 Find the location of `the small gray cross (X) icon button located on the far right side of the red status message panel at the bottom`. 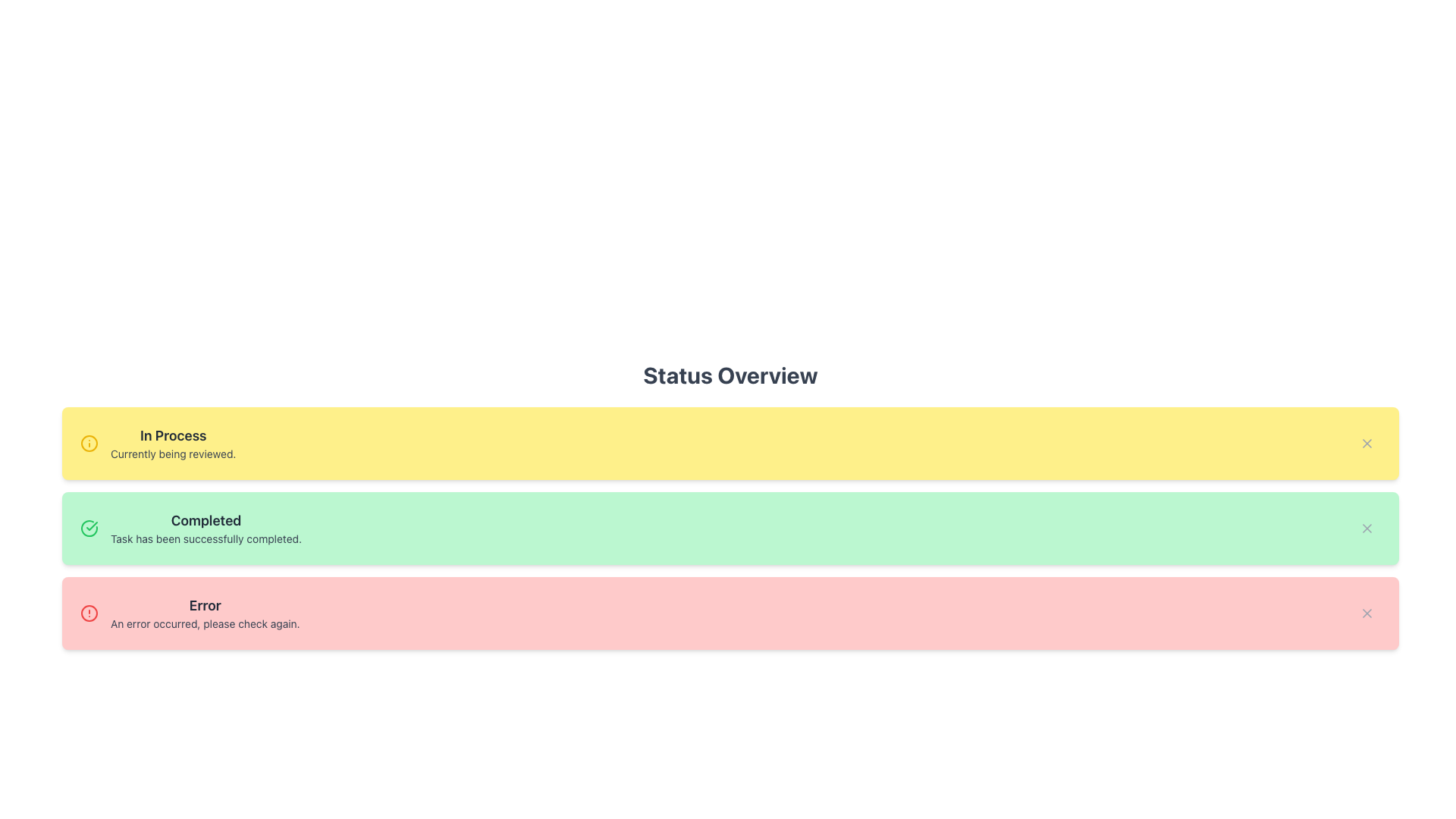

the small gray cross (X) icon button located on the far right side of the red status message panel at the bottom is located at coordinates (1367, 613).